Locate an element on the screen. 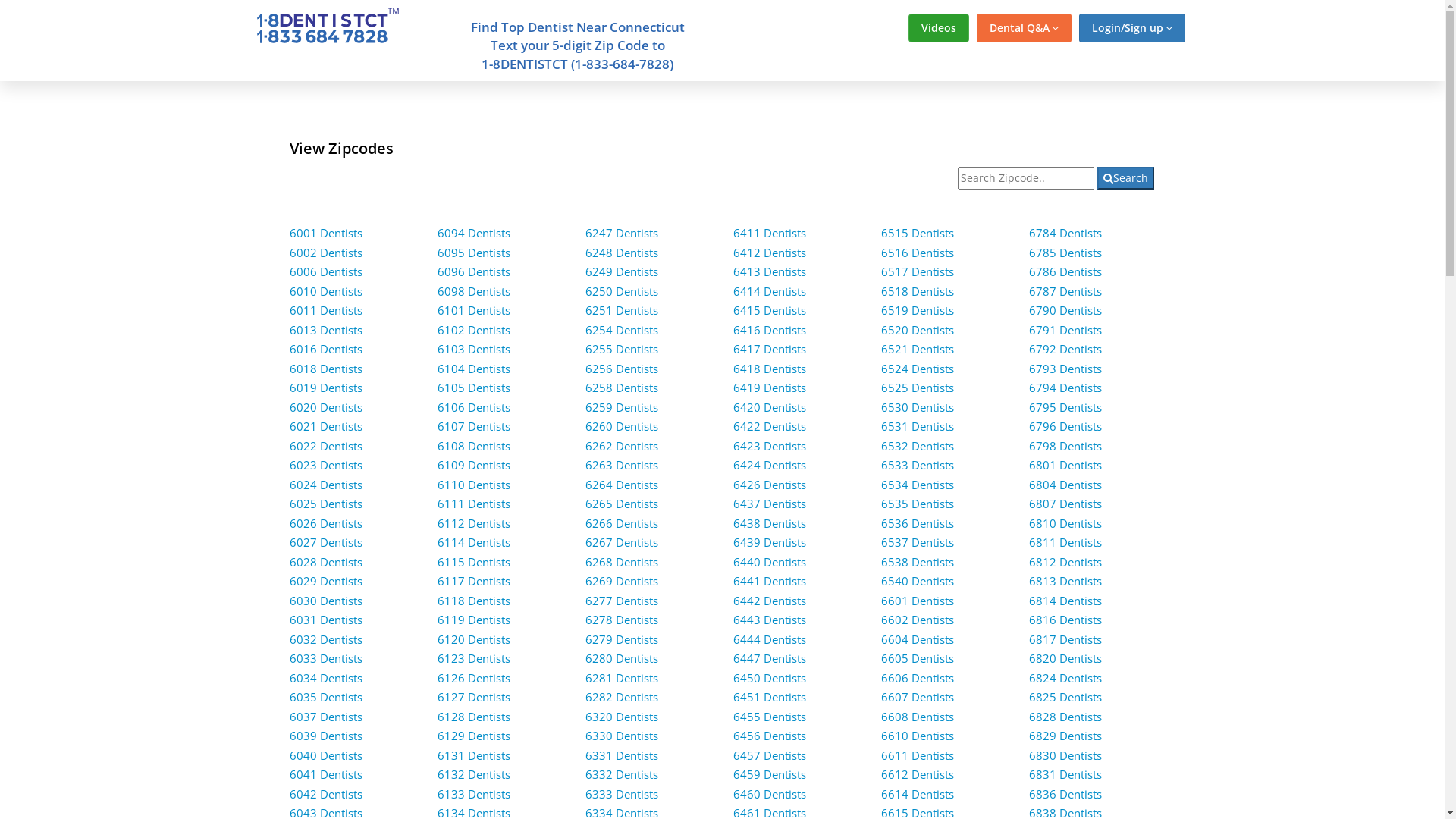 This screenshot has width=1456, height=819. '6417 Dentists' is located at coordinates (769, 348).